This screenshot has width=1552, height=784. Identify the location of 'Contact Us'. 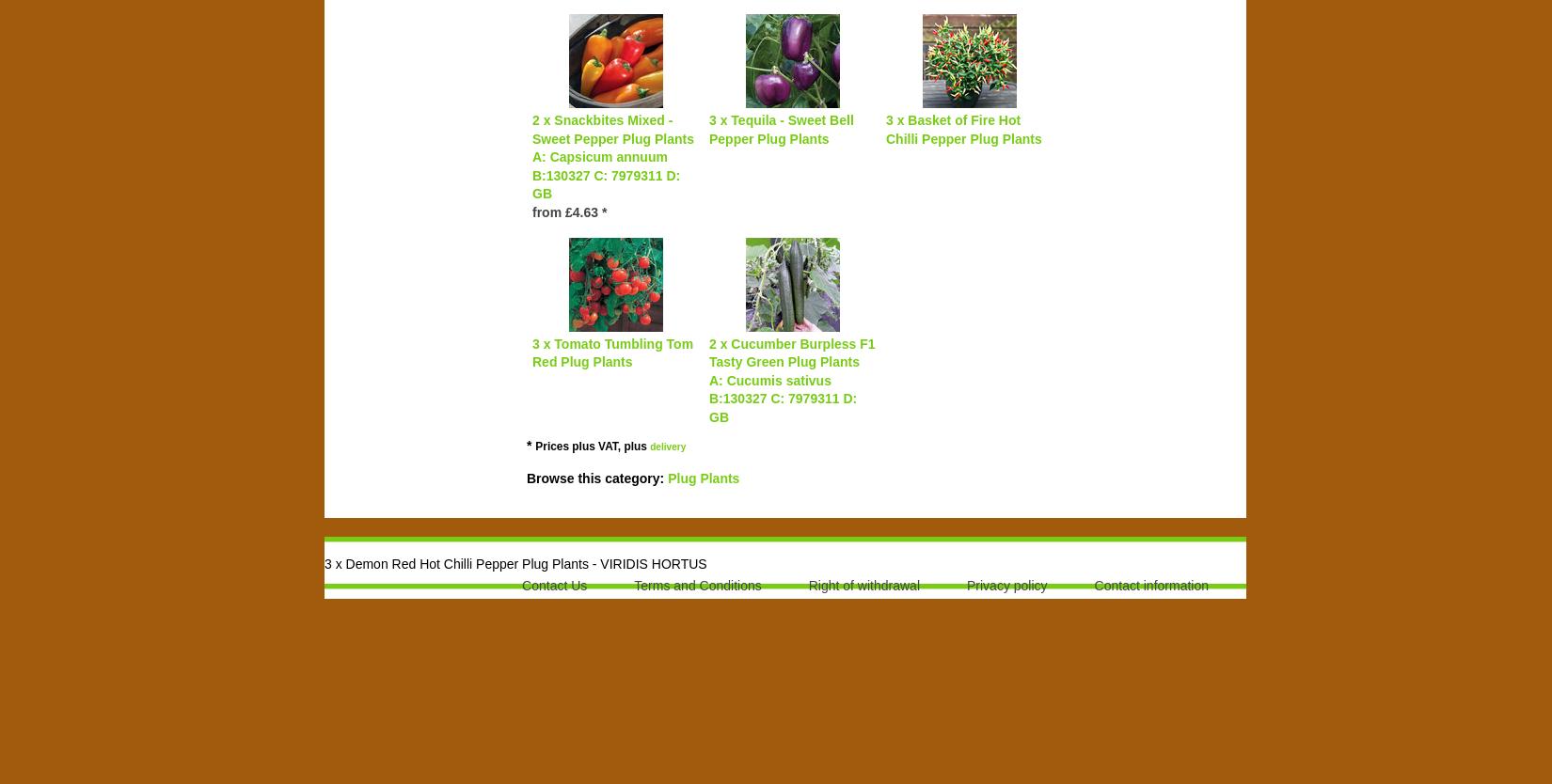
(553, 585).